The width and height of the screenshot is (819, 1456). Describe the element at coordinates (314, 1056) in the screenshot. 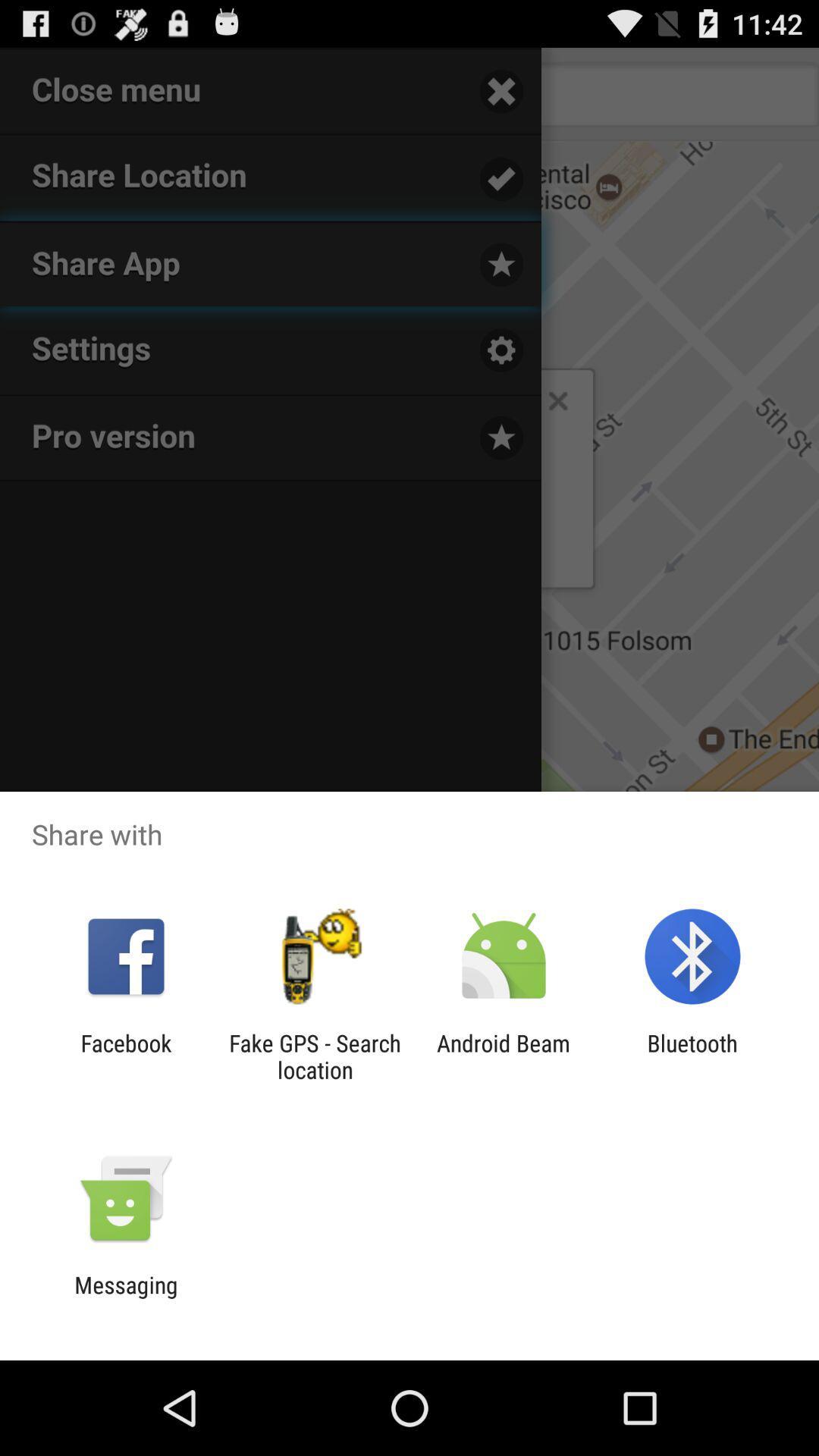

I see `the app to the left of android beam icon` at that location.